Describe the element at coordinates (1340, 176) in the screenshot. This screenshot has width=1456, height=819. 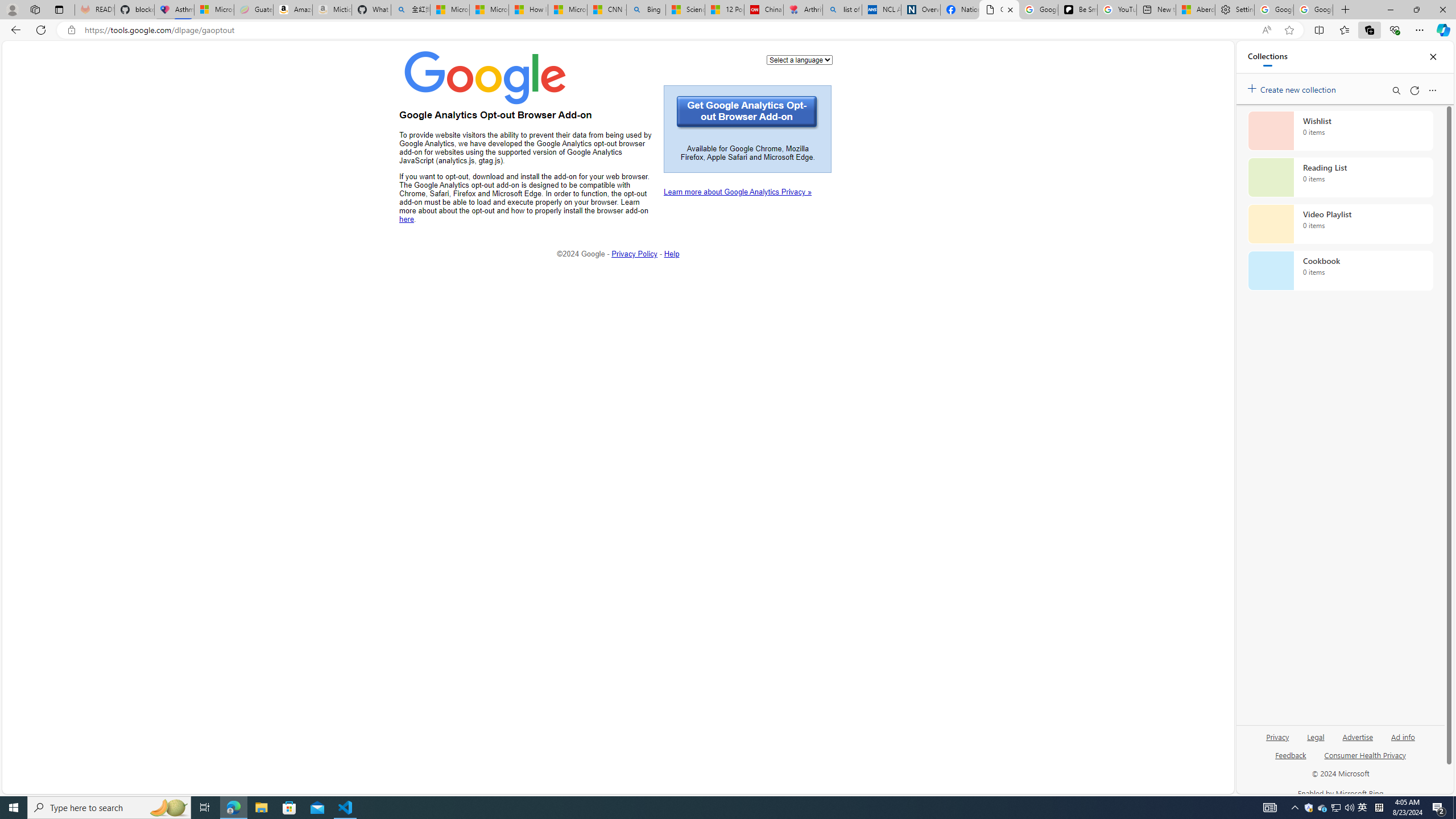
I see `'Reading List collection, 0 items'` at that location.